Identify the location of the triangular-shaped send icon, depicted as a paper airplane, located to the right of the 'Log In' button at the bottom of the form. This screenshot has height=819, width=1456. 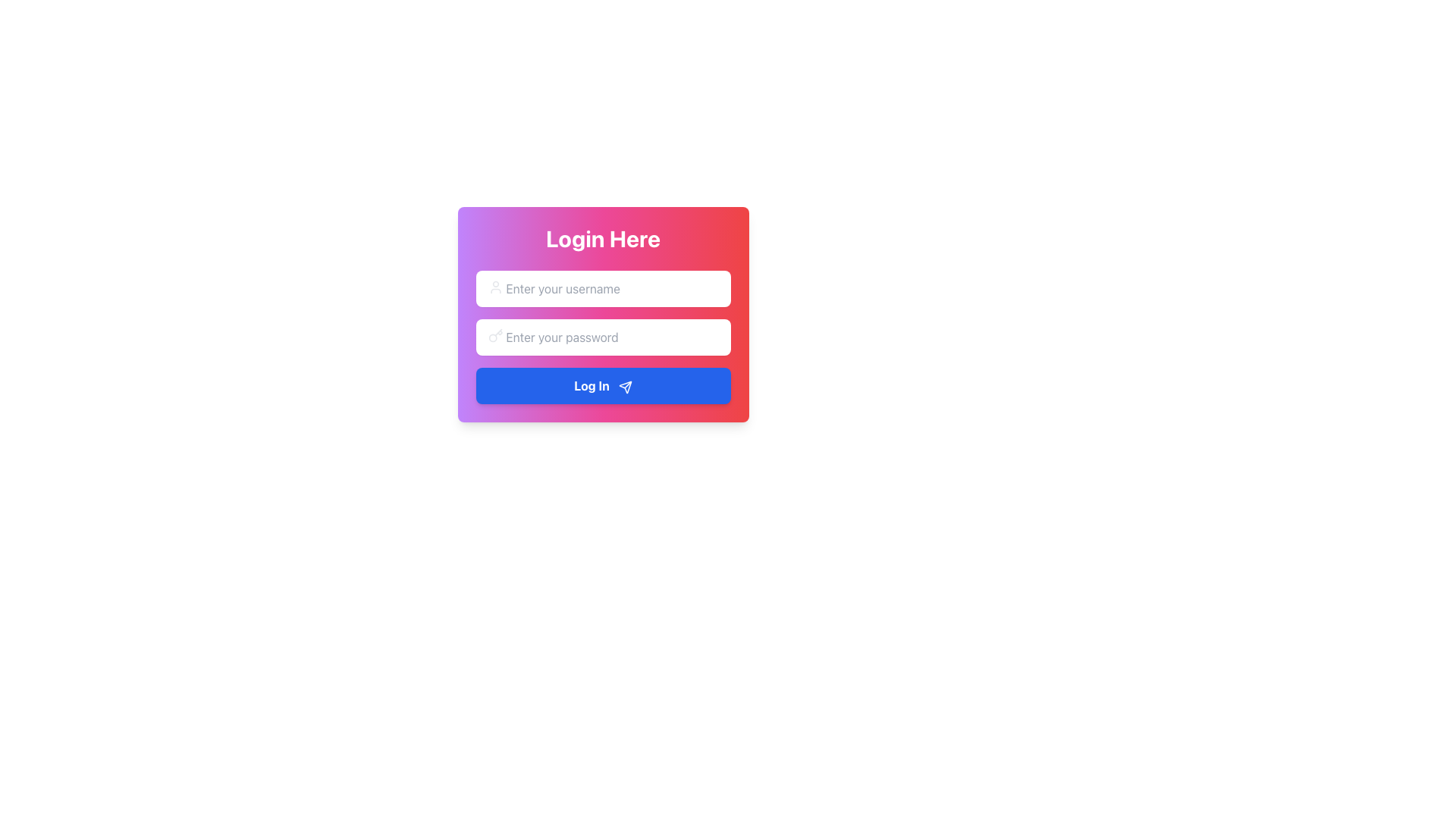
(625, 386).